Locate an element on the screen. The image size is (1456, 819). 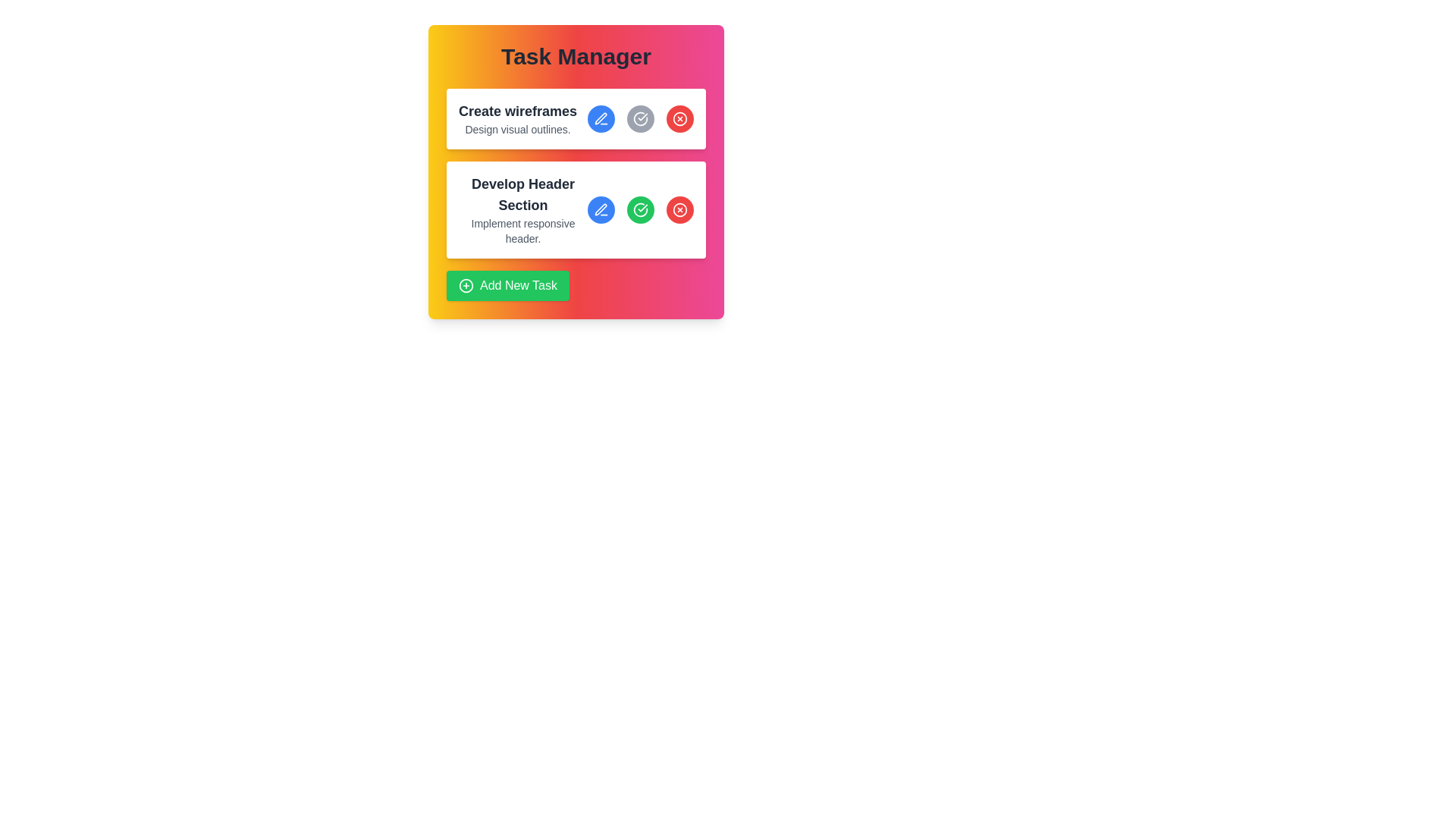
the first button in the row to the right of the 'Create wireframes' task description is located at coordinates (600, 118).